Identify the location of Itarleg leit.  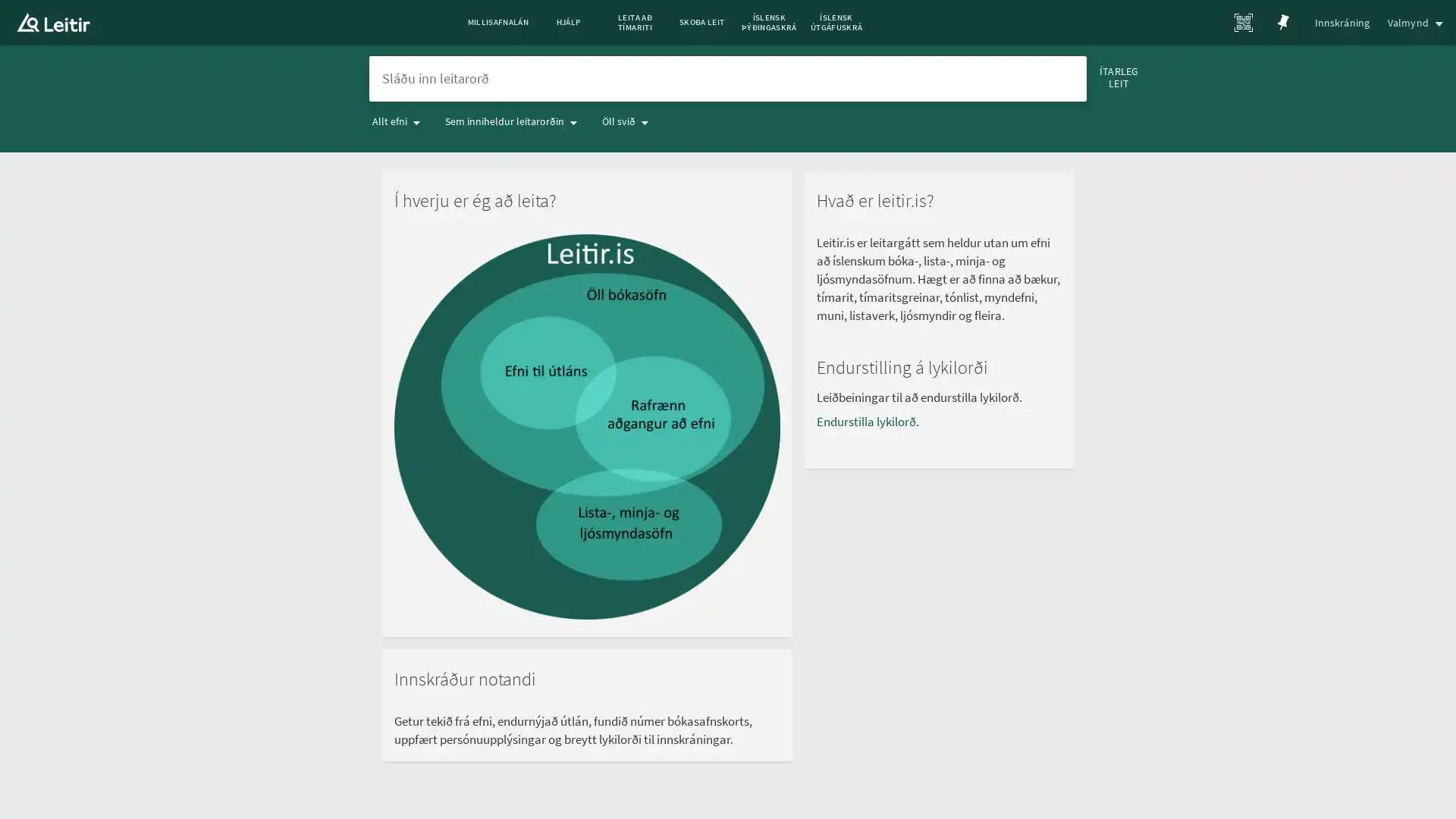
(1135, 84).